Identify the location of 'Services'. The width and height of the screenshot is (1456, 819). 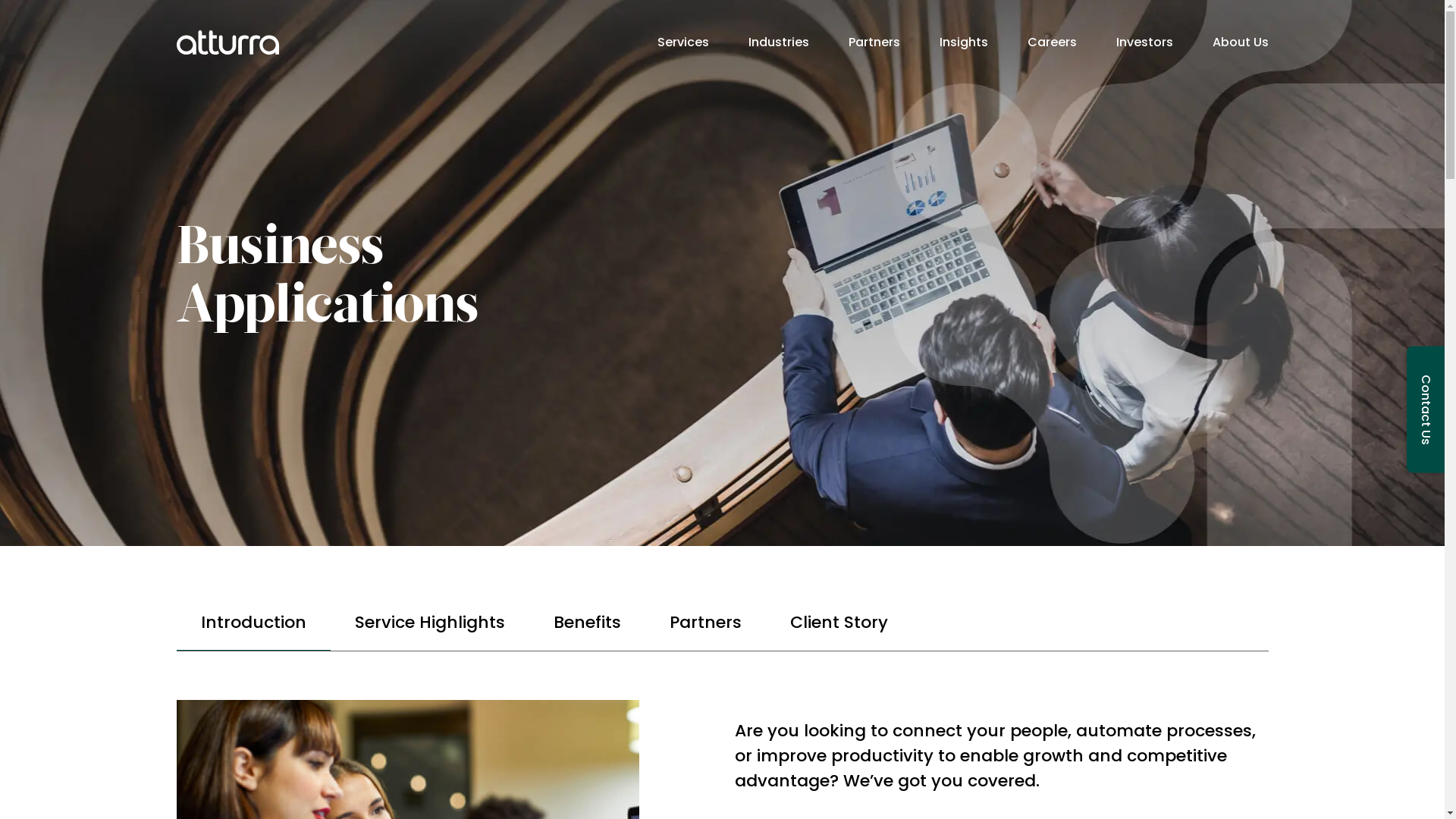
(682, 42).